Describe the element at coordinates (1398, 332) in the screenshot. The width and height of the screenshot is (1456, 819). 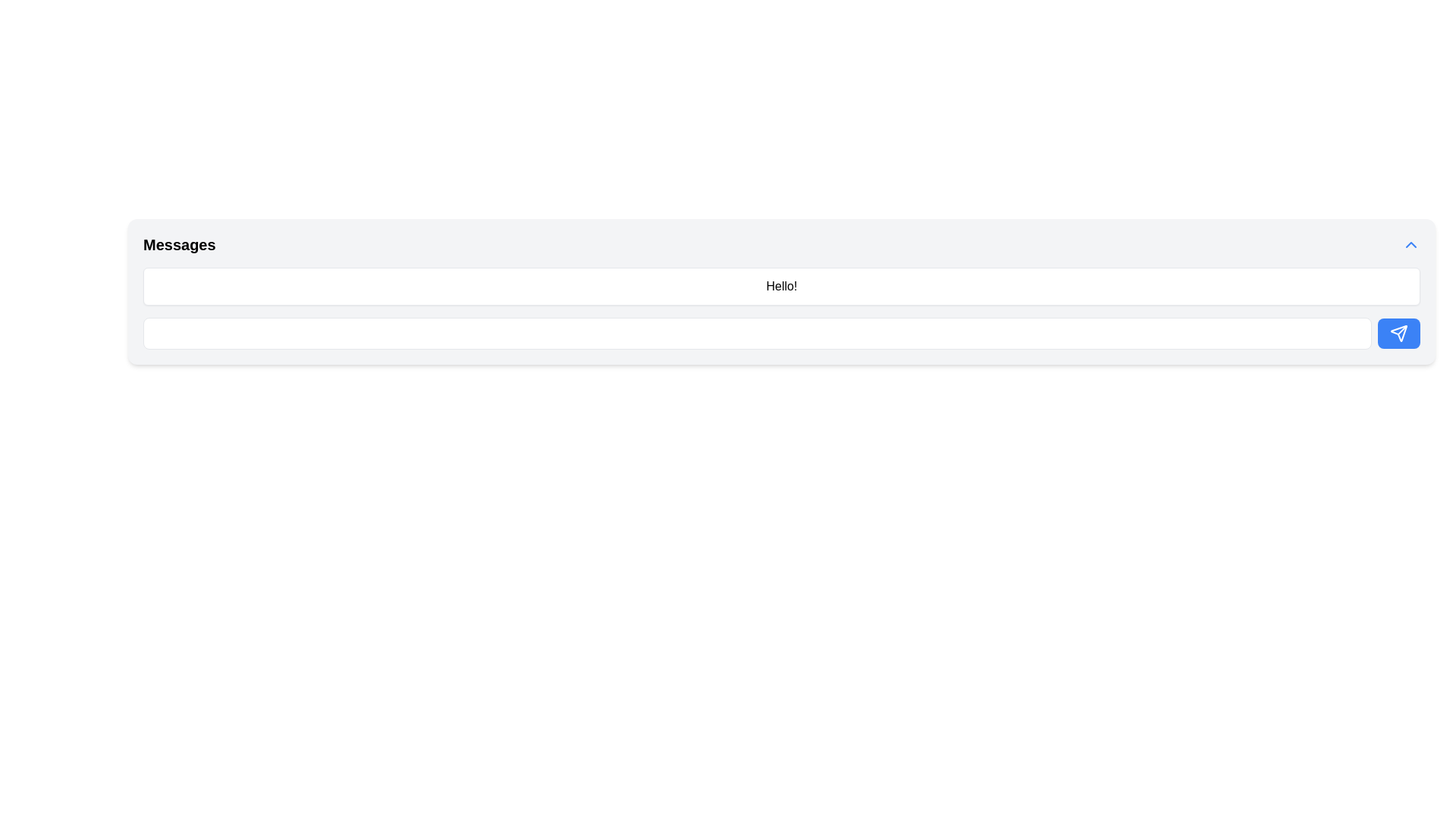
I see `the paper plane icon located inside the blue button at the rightmost end of the horizontal input field to send a message` at that location.